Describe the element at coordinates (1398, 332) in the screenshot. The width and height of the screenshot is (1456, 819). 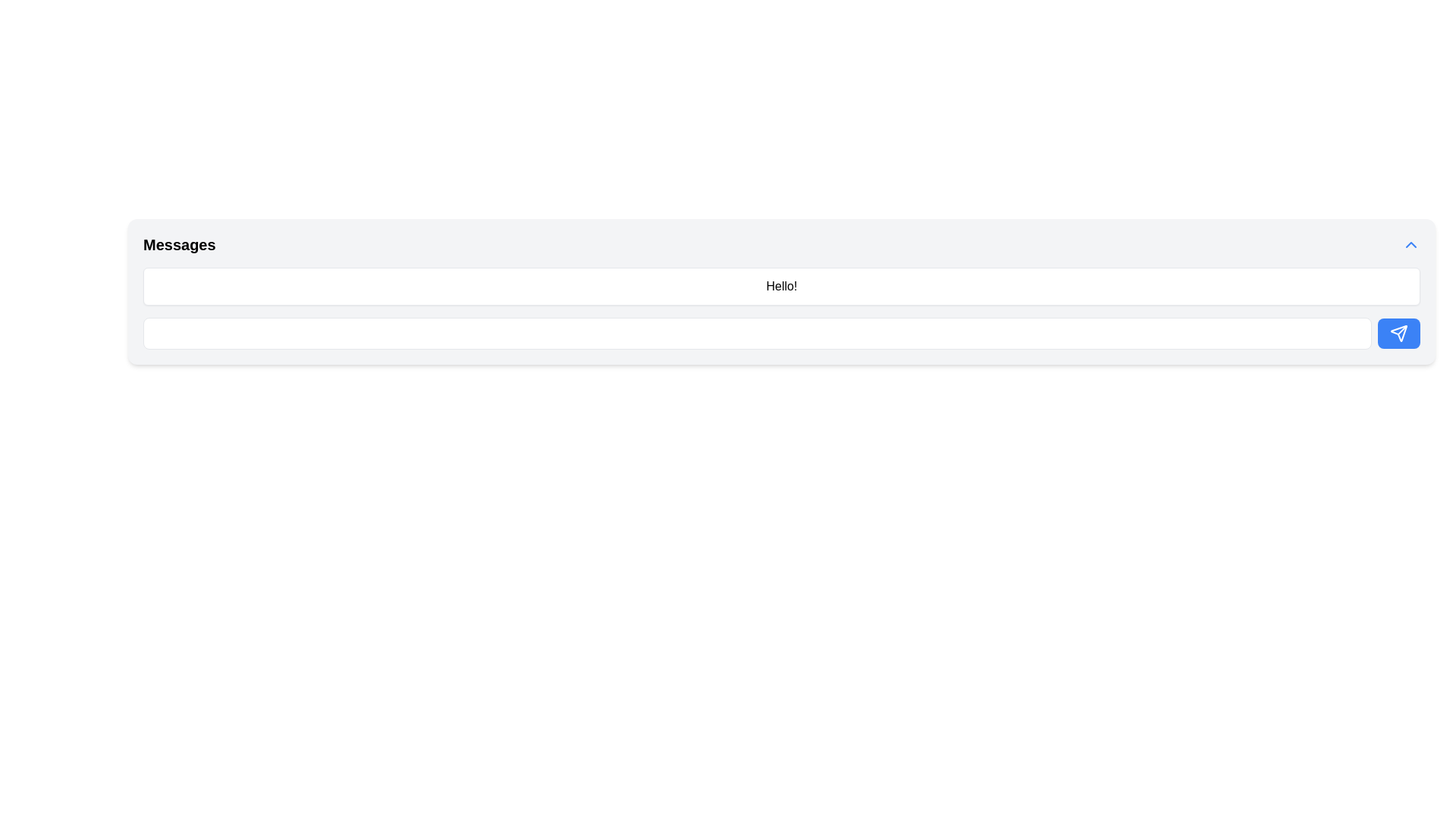
I see `the paper plane icon located inside the blue button at the rightmost end of the horizontal input field to send a message` at that location.